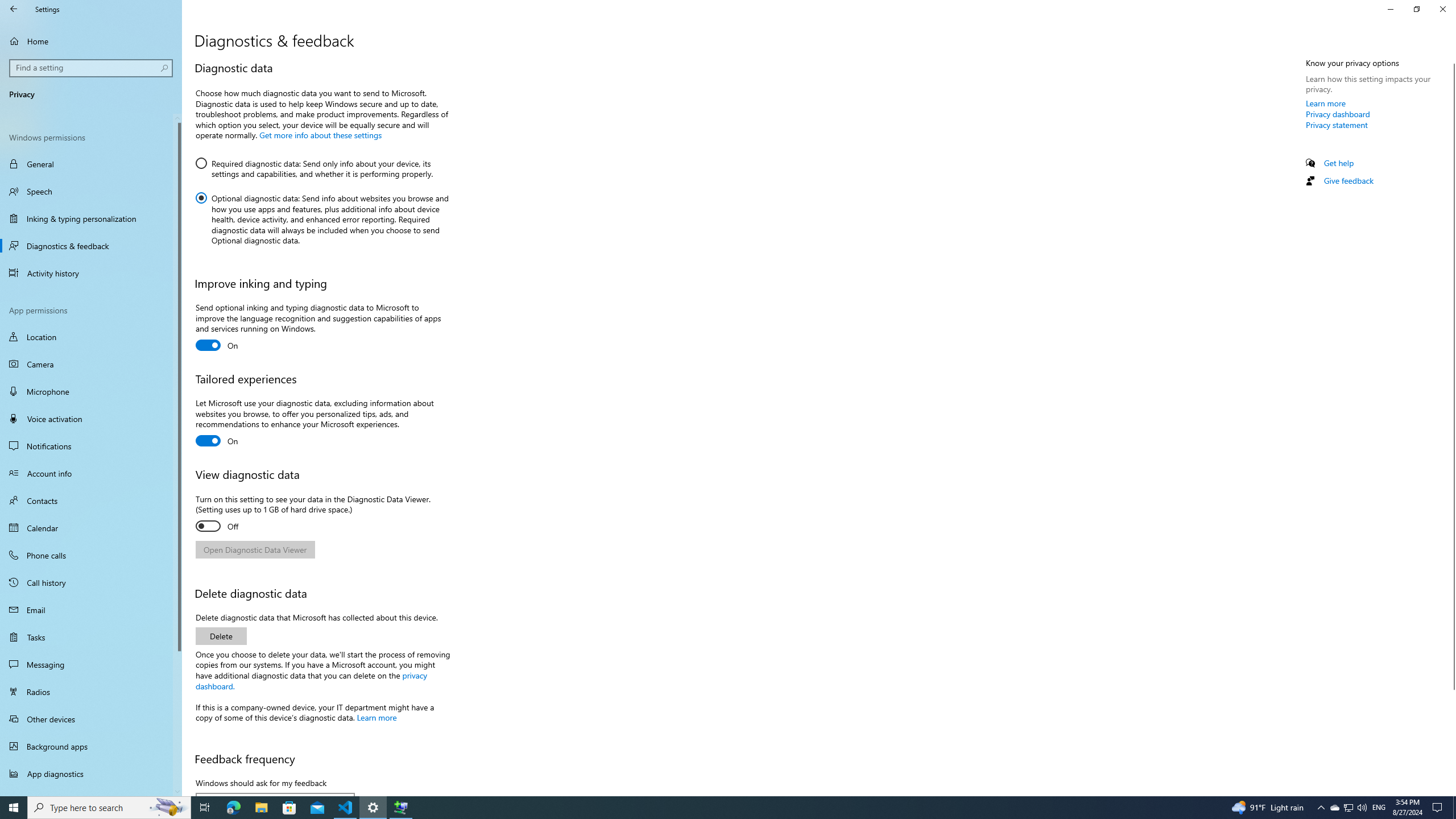  I want to click on 'Visual Studio Code - 1 running window', so click(345, 806).